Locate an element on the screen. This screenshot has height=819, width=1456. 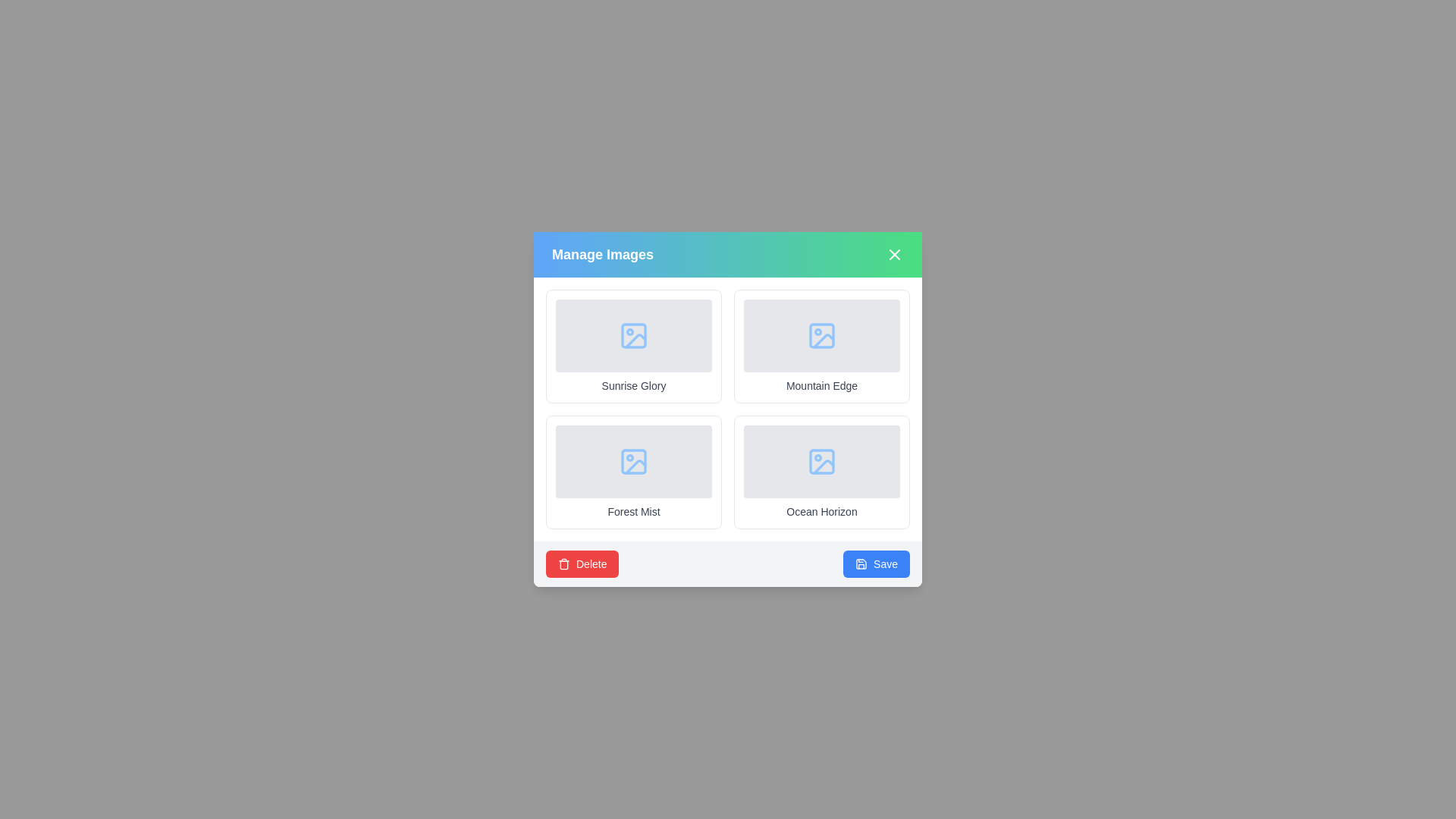
the graphical placeholder labeled 'Ocean Horizon' which is a rectangular area with a light gray background and a blue photo icon, located in the lower-left cell of the 'Manage Images' dialog box is located at coordinates (821, 461).